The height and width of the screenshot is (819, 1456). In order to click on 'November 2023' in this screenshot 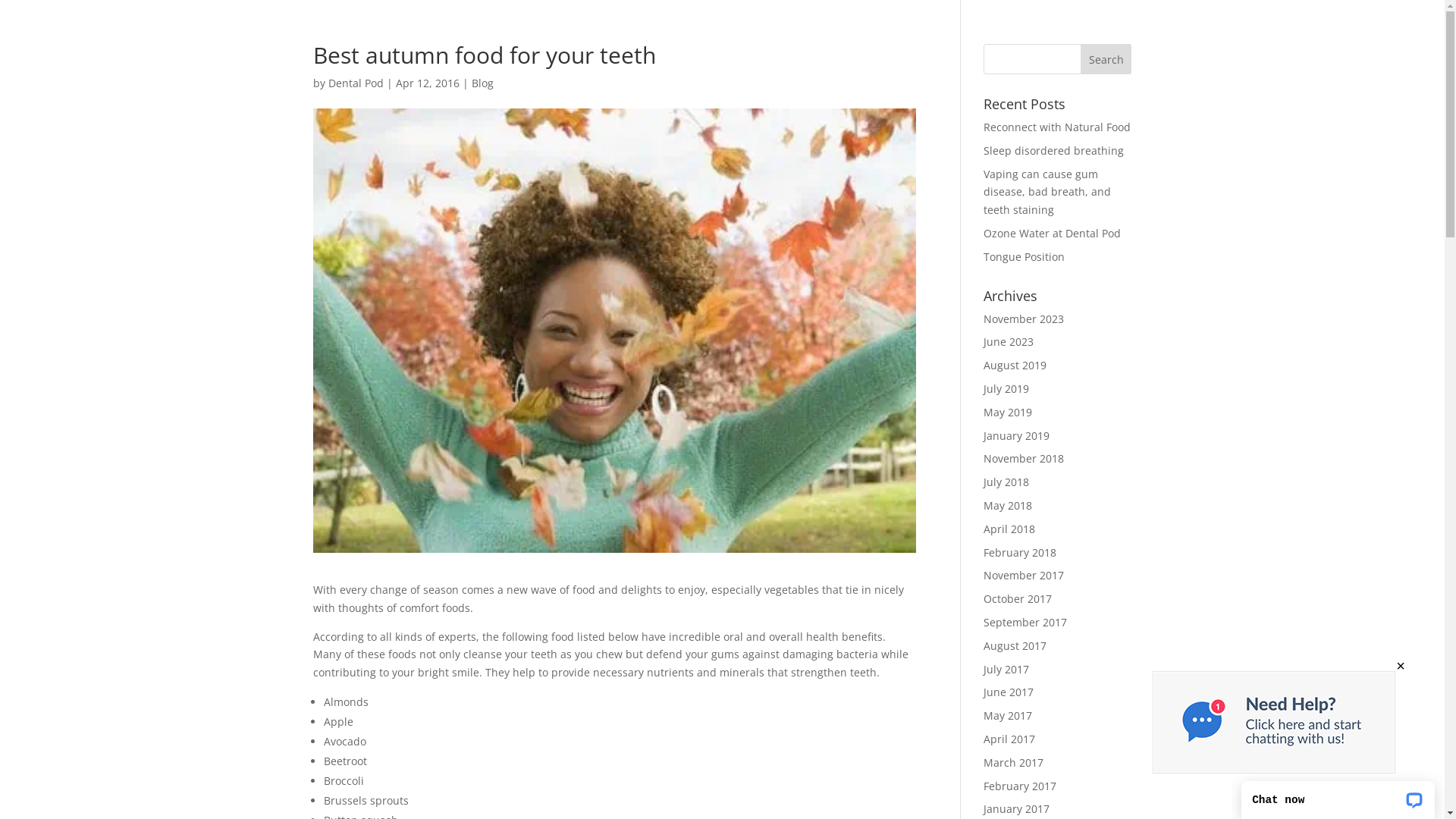, I will do `click(1023, 318)`.